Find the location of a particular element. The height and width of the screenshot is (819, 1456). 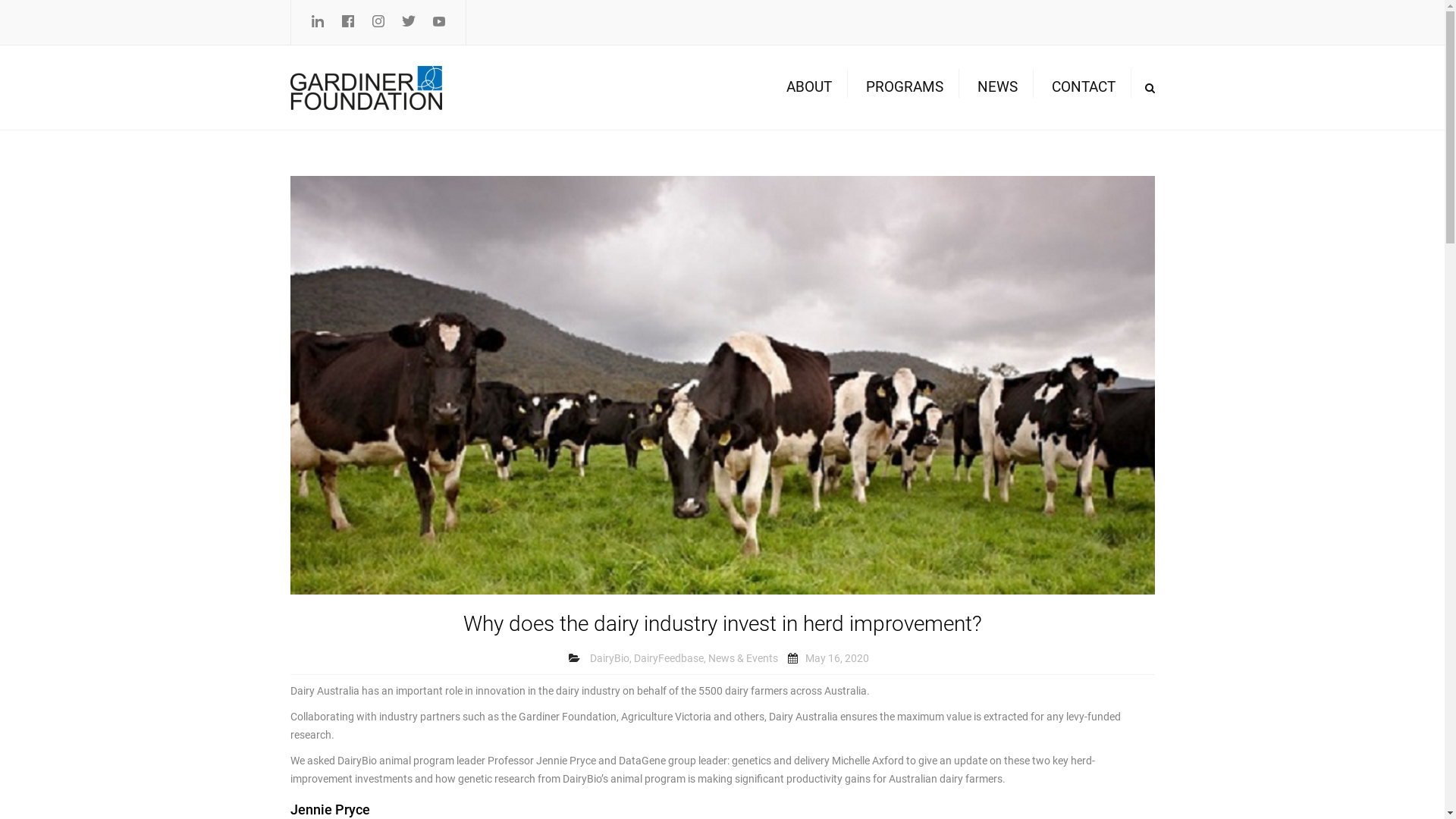

'DairyBio' is located at coordinates (610, 657).